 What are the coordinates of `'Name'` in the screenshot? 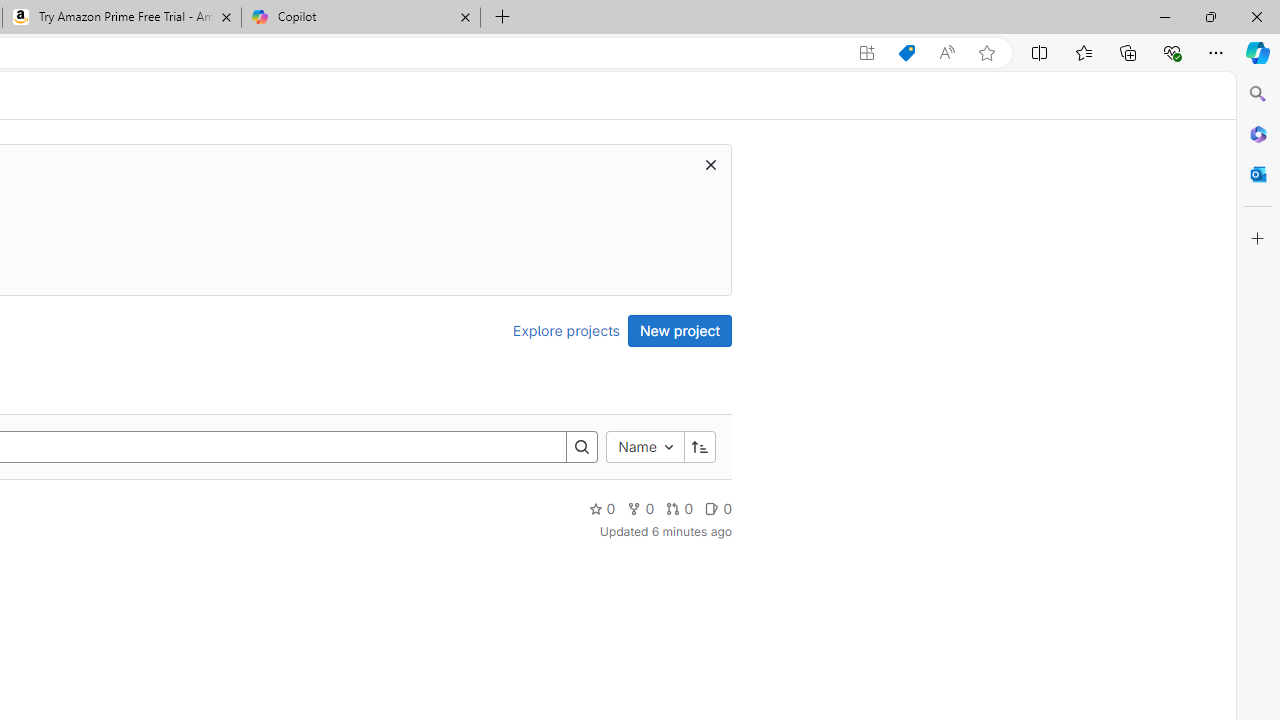 It's located at (645, 445).